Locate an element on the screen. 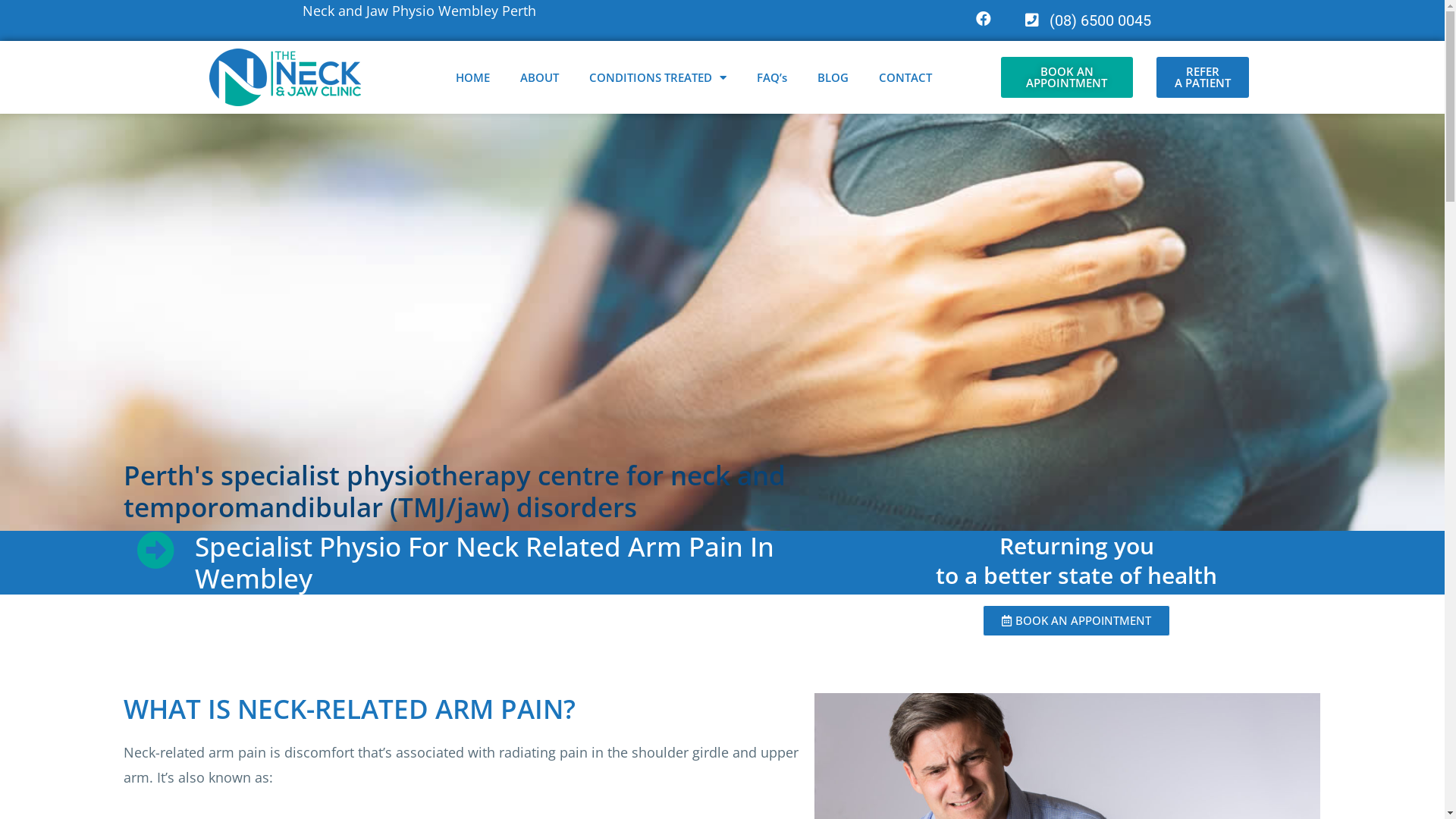  '(08) 6500 0045' is located at coordinates (1007, 20).